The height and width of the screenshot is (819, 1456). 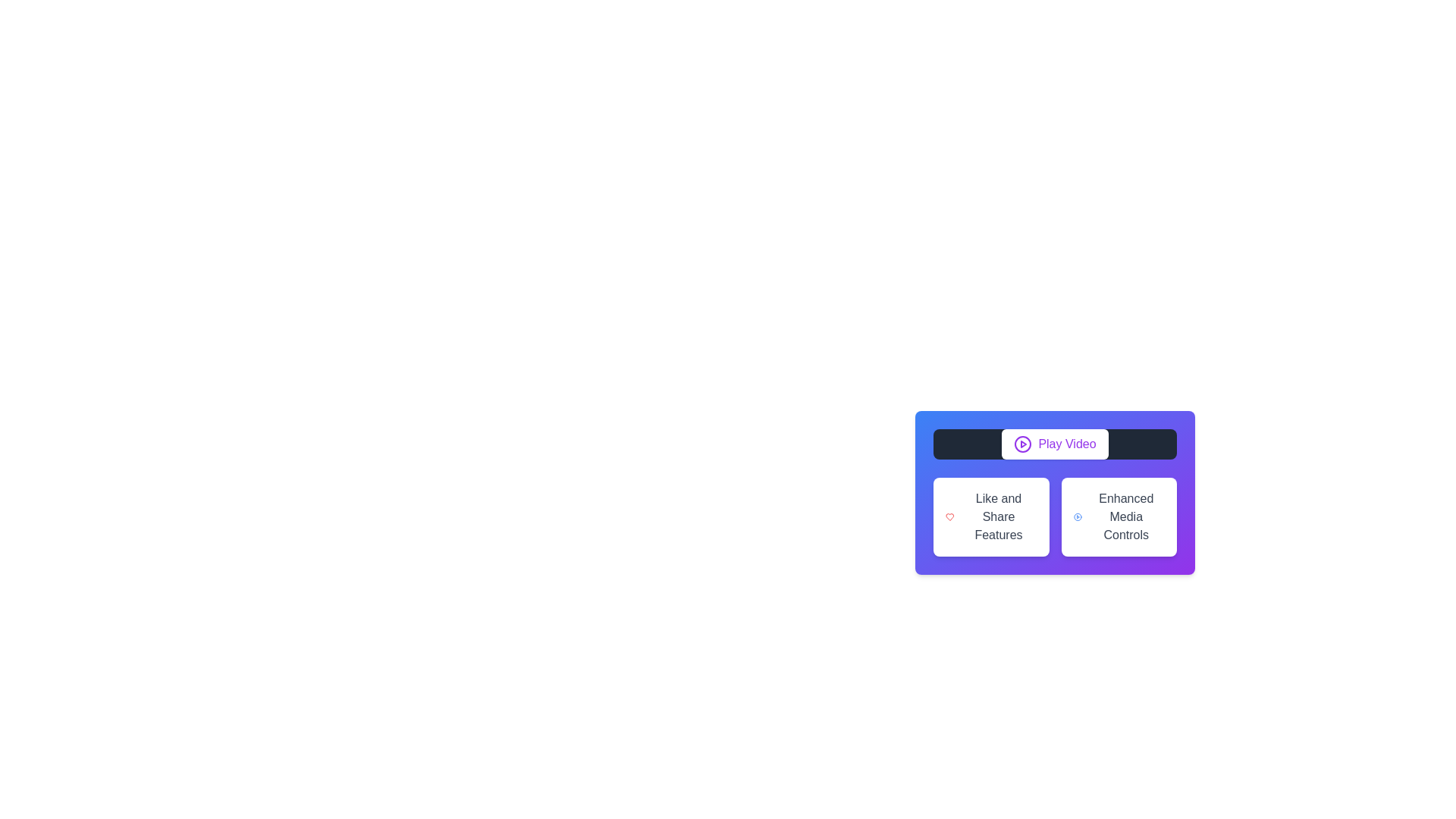 What do you see at coordinates (998, 516) in the screenshot?
I see `the text label displaying 'Like and Share Features' which is centrally positioned in a white card with rounded corners and a shadow effect` at bounding box center [998, 516].